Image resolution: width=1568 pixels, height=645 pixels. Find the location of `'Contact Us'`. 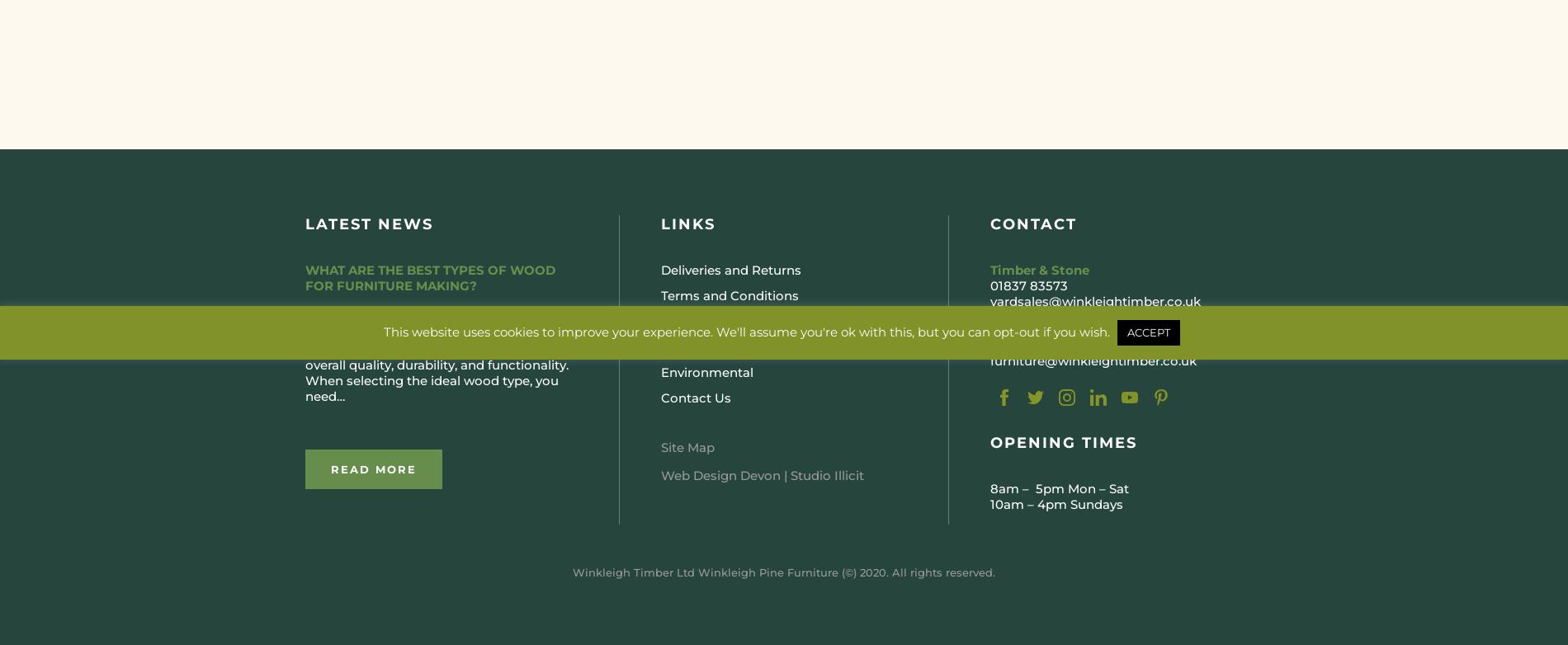

'Contact Us' is located at coordinates (660, 398).